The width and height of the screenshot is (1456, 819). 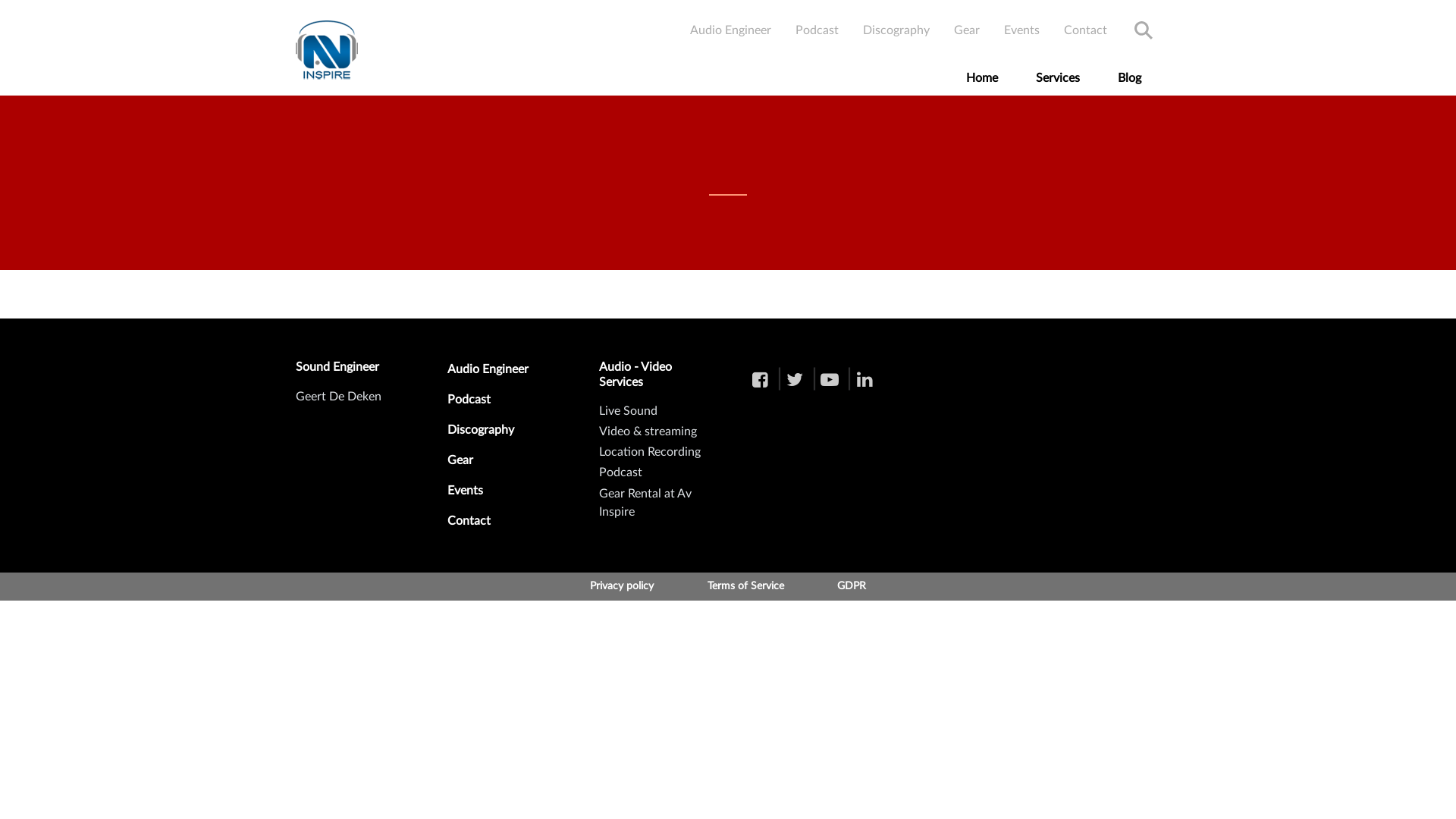 I want to click on 'Terms of Service', so click(x=745, y=585).